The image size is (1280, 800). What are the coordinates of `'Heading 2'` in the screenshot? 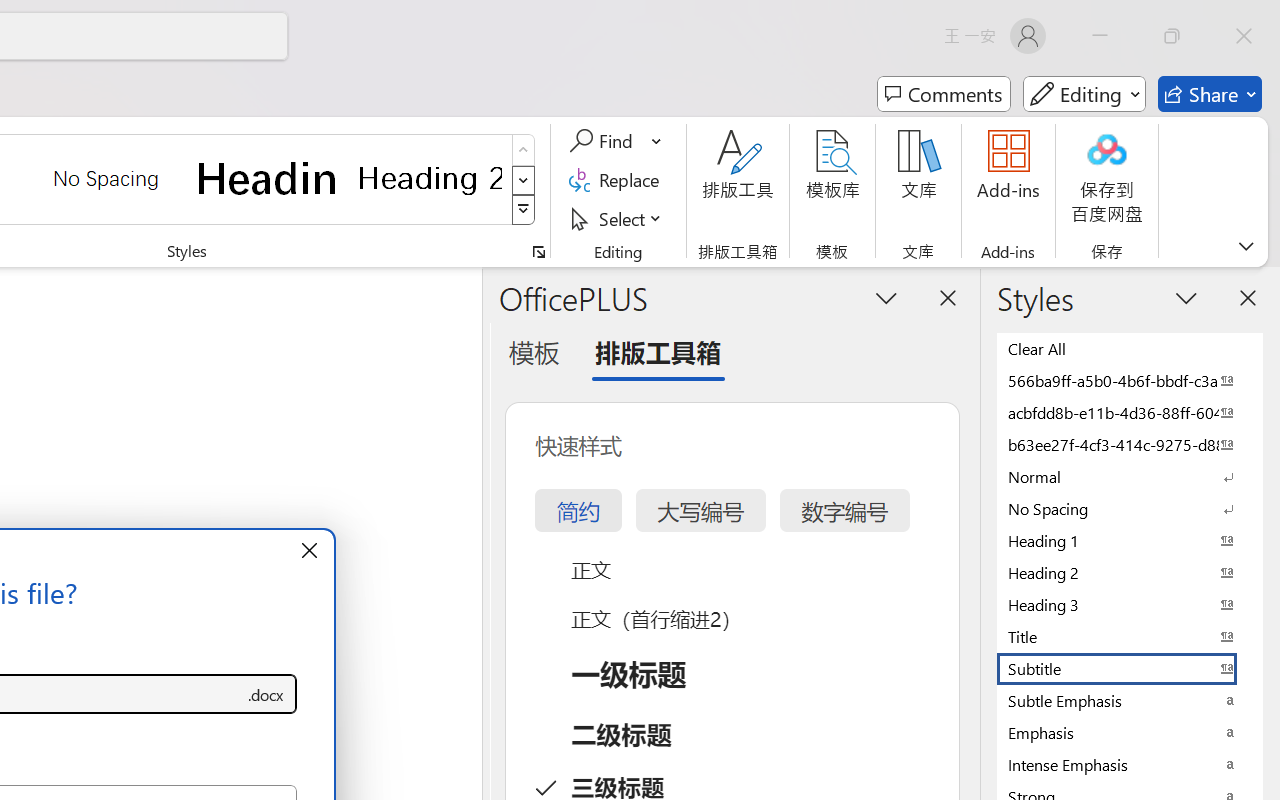 It's located at (429, 177).